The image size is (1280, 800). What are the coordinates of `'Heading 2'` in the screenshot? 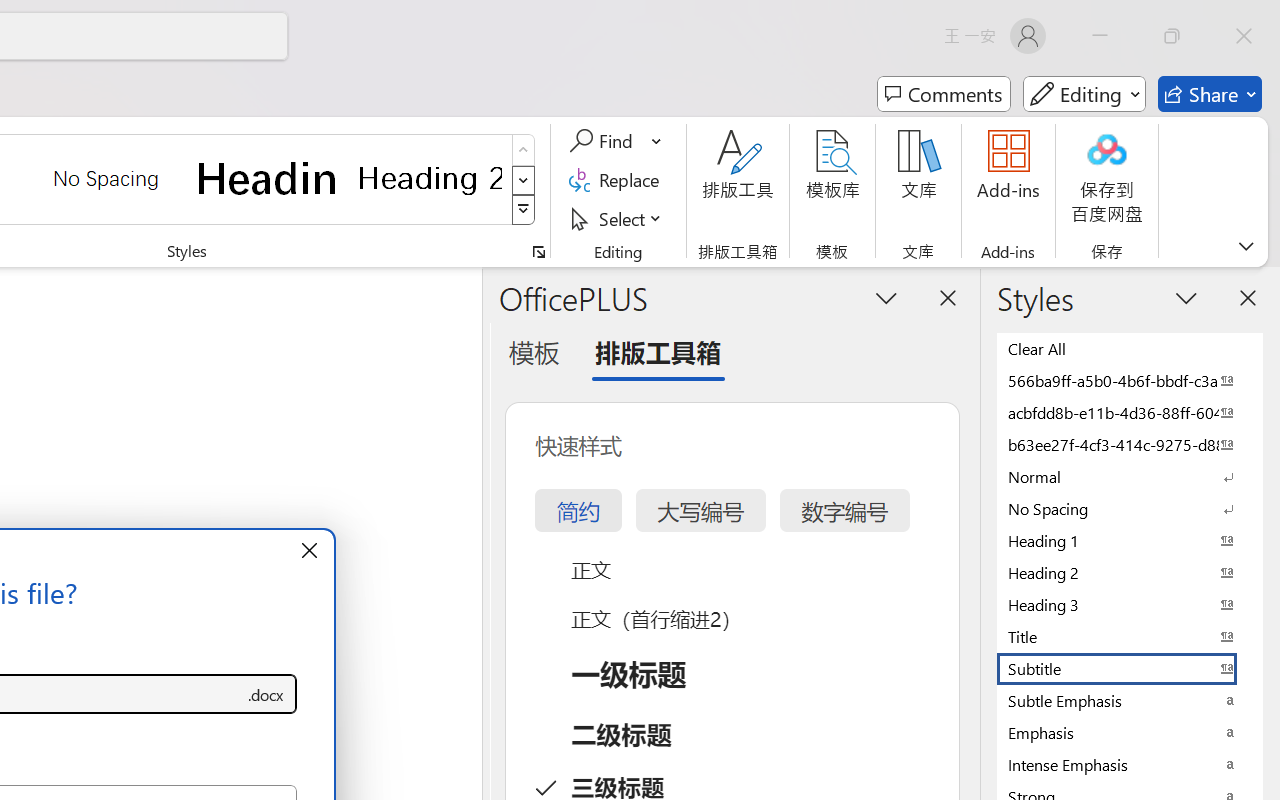 It's located at (429, 177).